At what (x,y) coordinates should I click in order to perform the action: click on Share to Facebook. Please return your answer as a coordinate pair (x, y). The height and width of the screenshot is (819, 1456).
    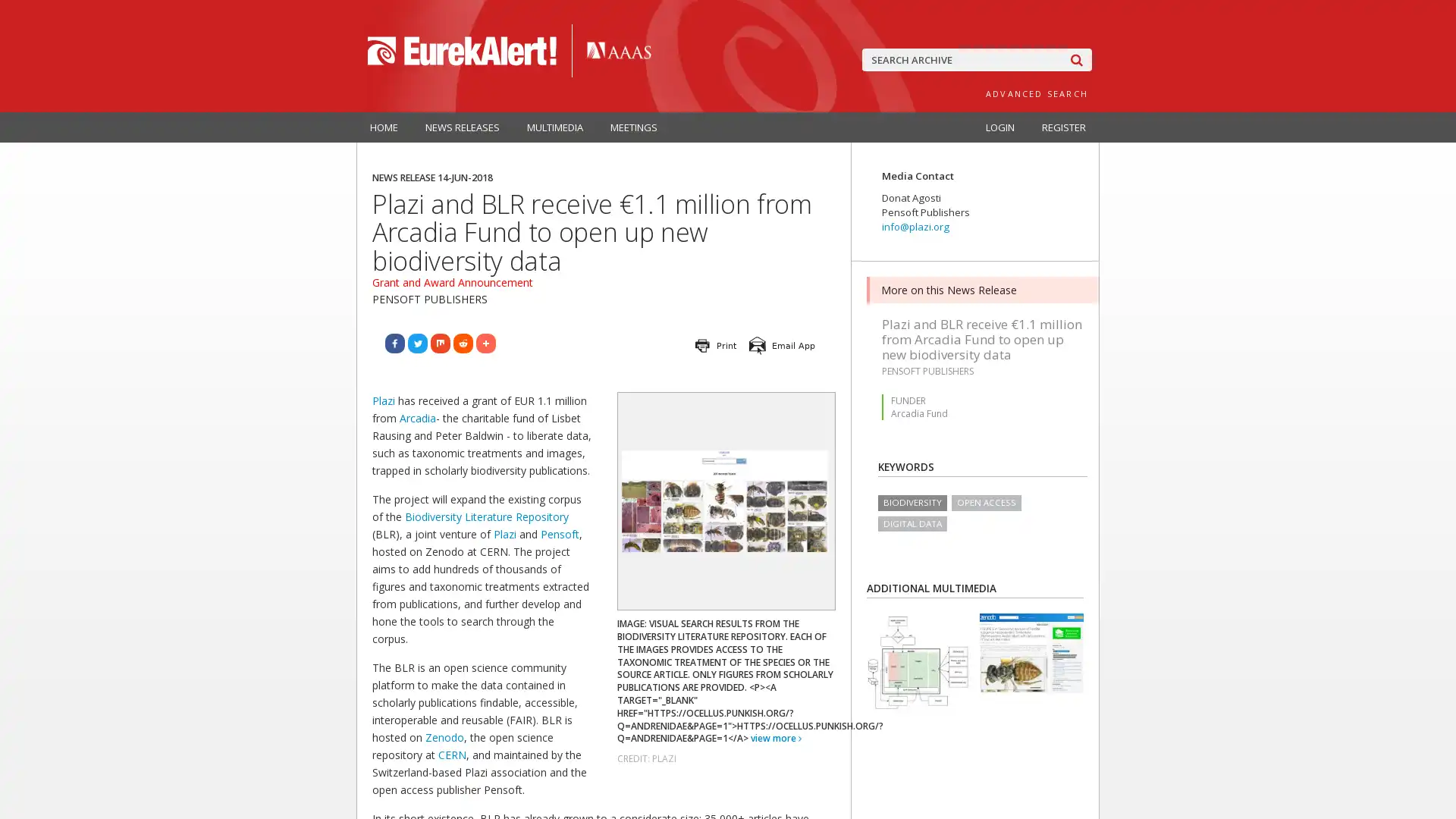
    Looking at the image, I should click on (395, 343).